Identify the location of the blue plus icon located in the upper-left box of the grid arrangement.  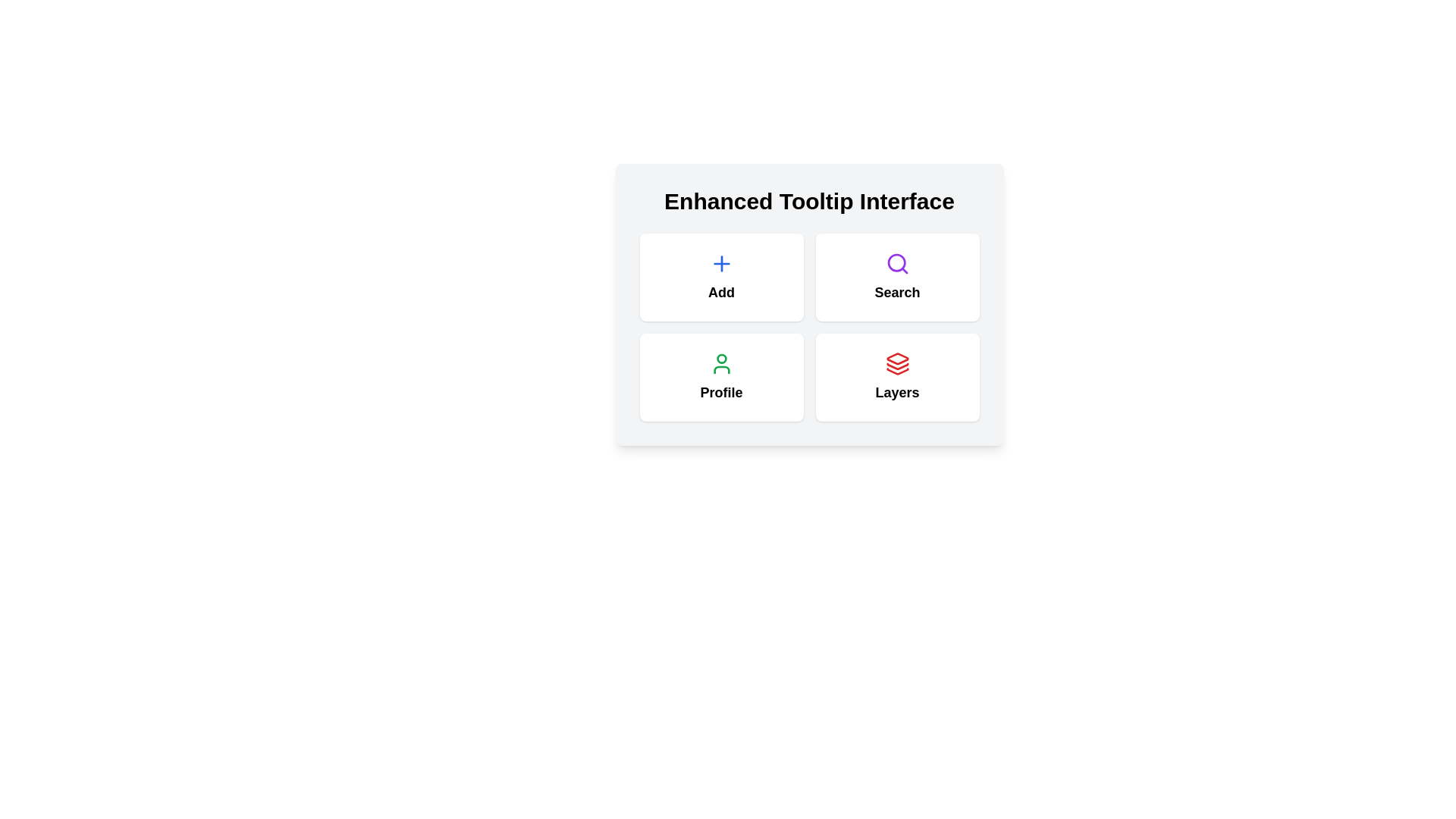
(720, 262).